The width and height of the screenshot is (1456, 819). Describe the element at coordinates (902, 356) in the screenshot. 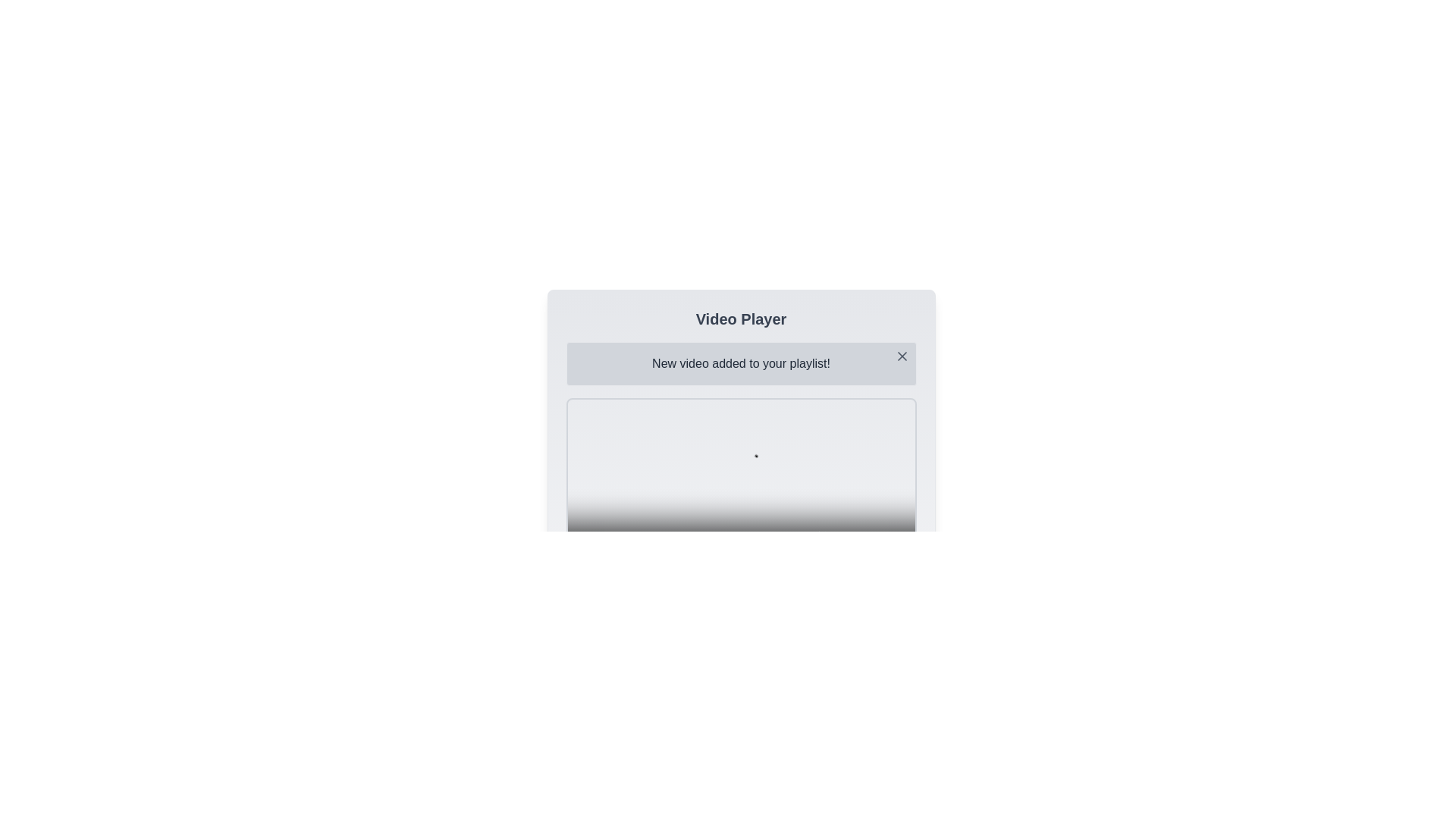

I see `the Close button represented by an 'x' icon in the top-right corner of the notification box stating 'New video added to your playlist!' to potentially reveal a tooltip` at that location.